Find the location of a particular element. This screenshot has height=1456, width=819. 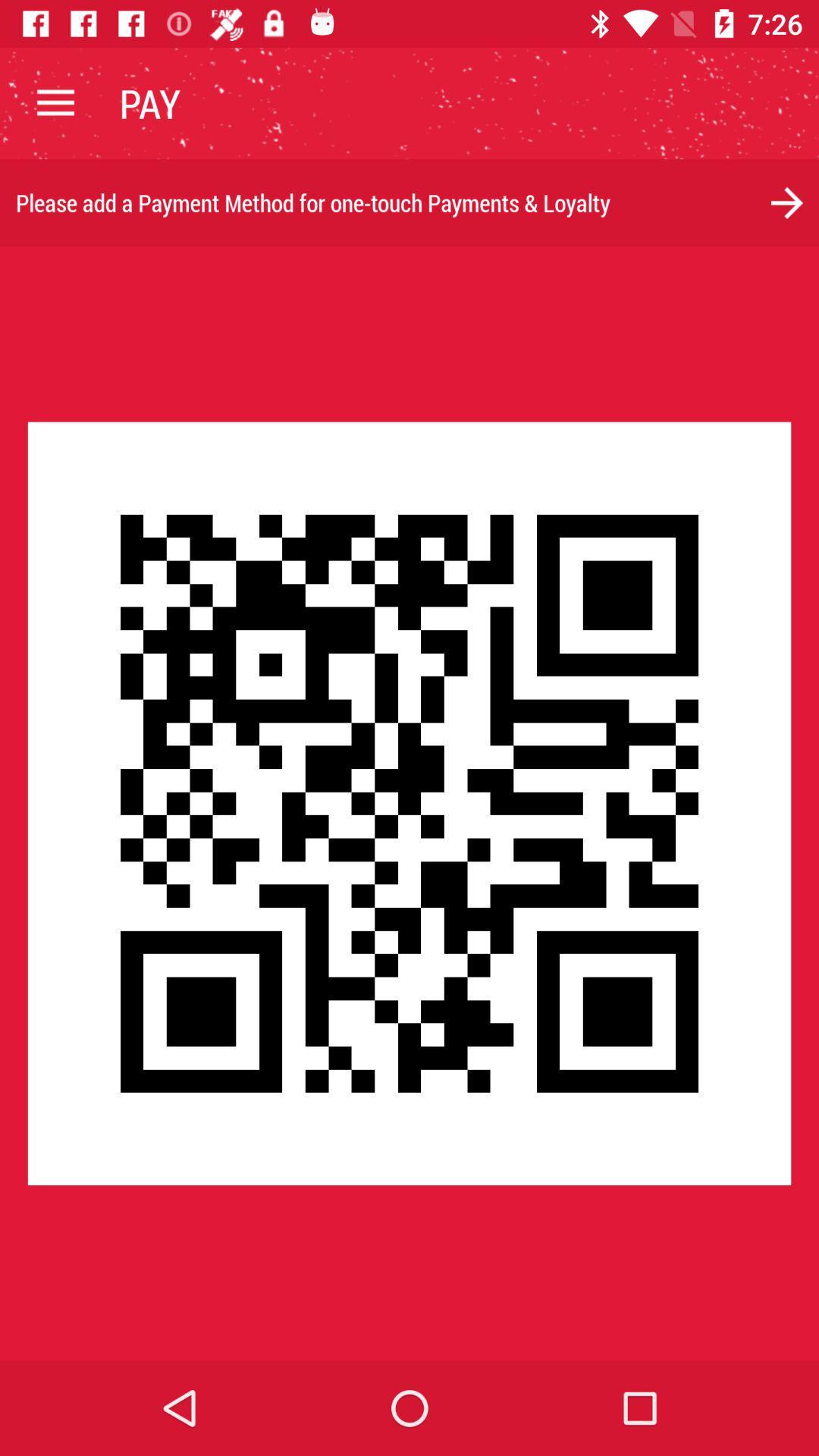

the item next to pay item is located at coordinates (55, 102).